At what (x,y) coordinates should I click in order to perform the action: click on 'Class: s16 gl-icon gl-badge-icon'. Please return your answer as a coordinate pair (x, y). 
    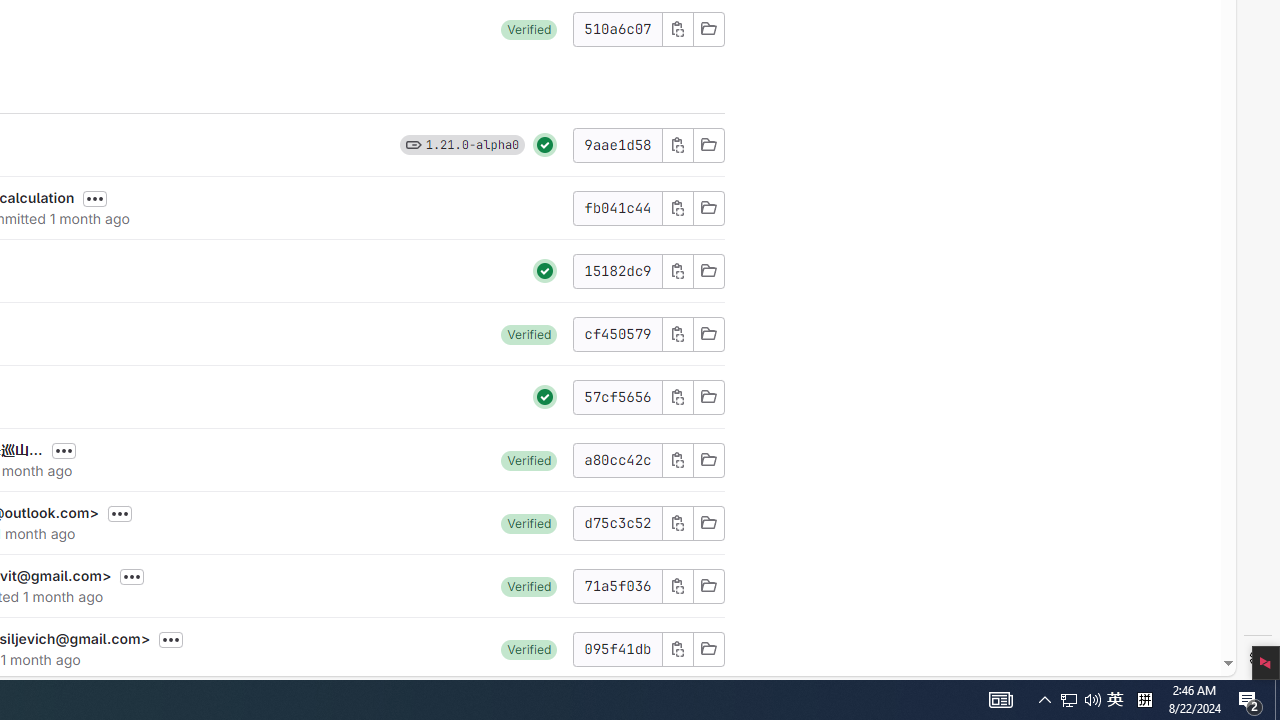
    Looking at the image, I should click on (412, 143).